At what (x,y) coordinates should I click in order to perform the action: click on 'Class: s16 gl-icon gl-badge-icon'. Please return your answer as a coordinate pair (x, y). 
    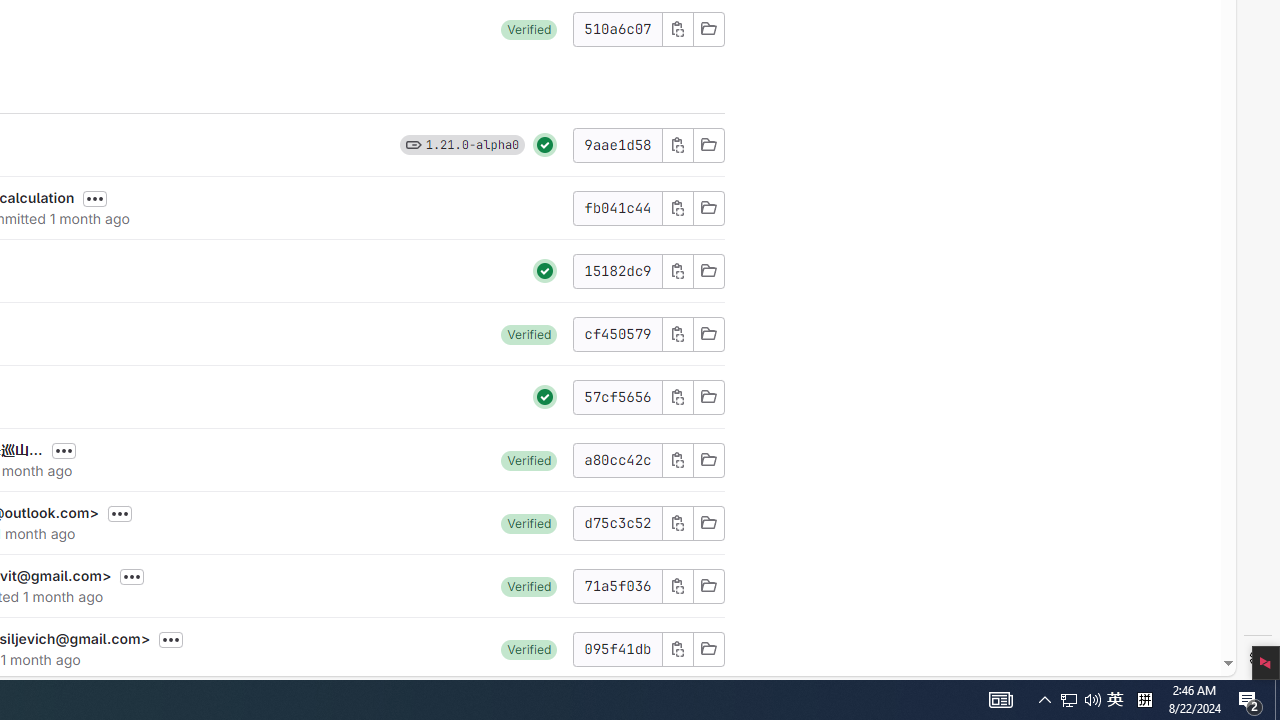
    Looking at the image, I should click on (412, 143).